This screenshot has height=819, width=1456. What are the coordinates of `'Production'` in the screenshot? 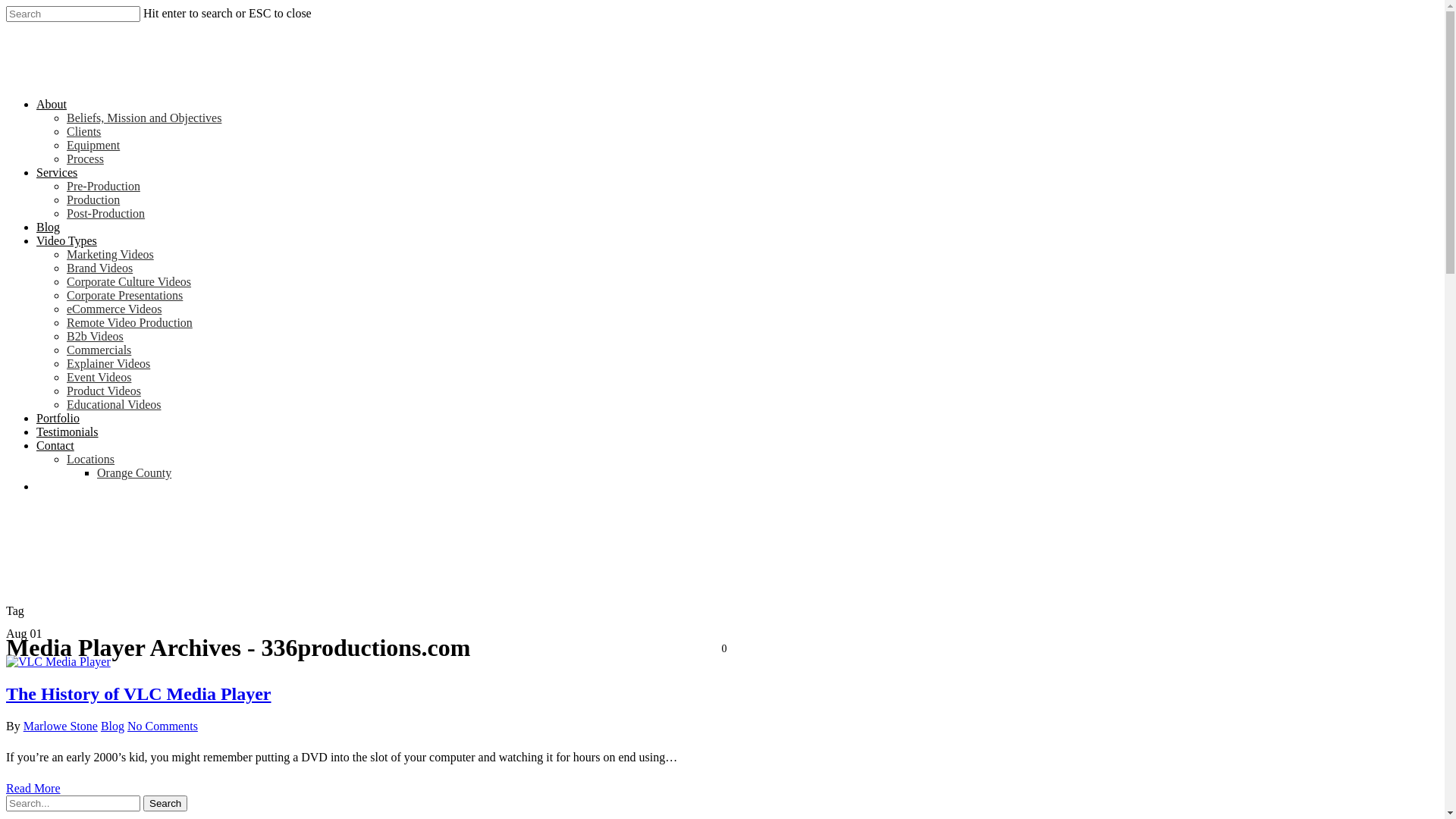 It's located at (65, 199).